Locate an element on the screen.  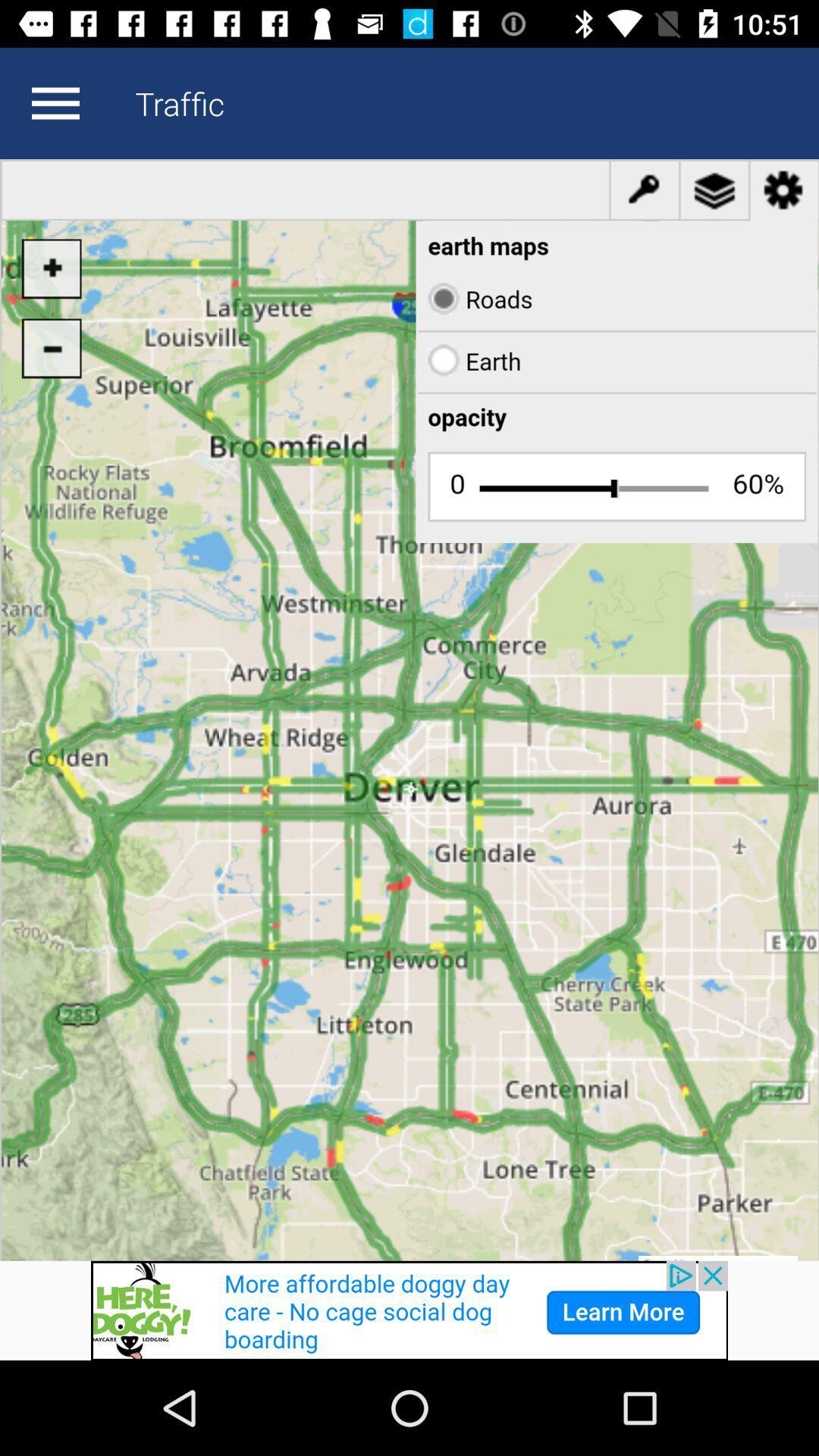
search of the option is located at coordinates (55, 102).